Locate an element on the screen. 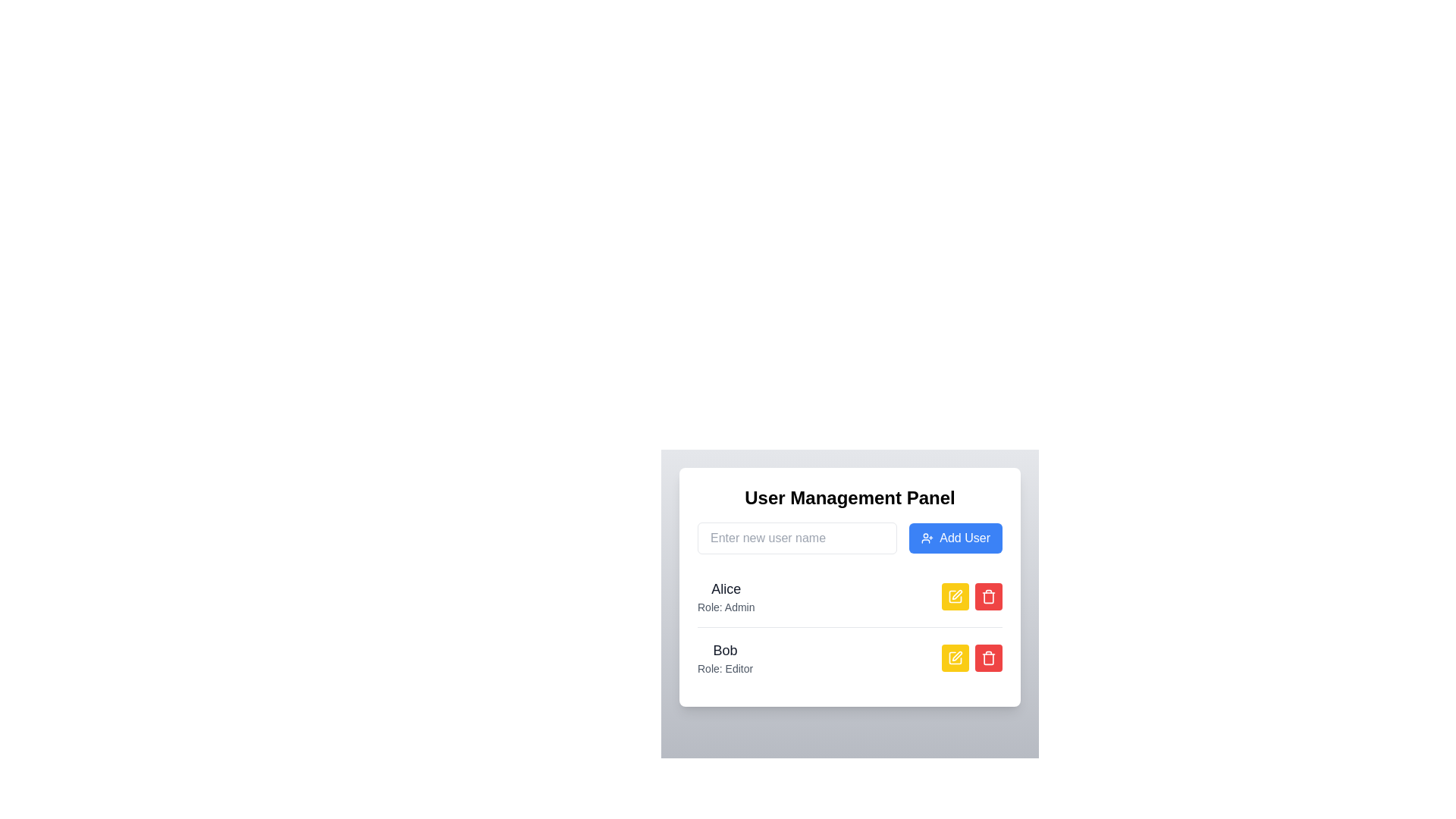  text content of the label displaying 'Role: Admin', which is styled in a small, light gray font and is positioned below the larger text label 'Alice' is located at coordinates (725, 607).